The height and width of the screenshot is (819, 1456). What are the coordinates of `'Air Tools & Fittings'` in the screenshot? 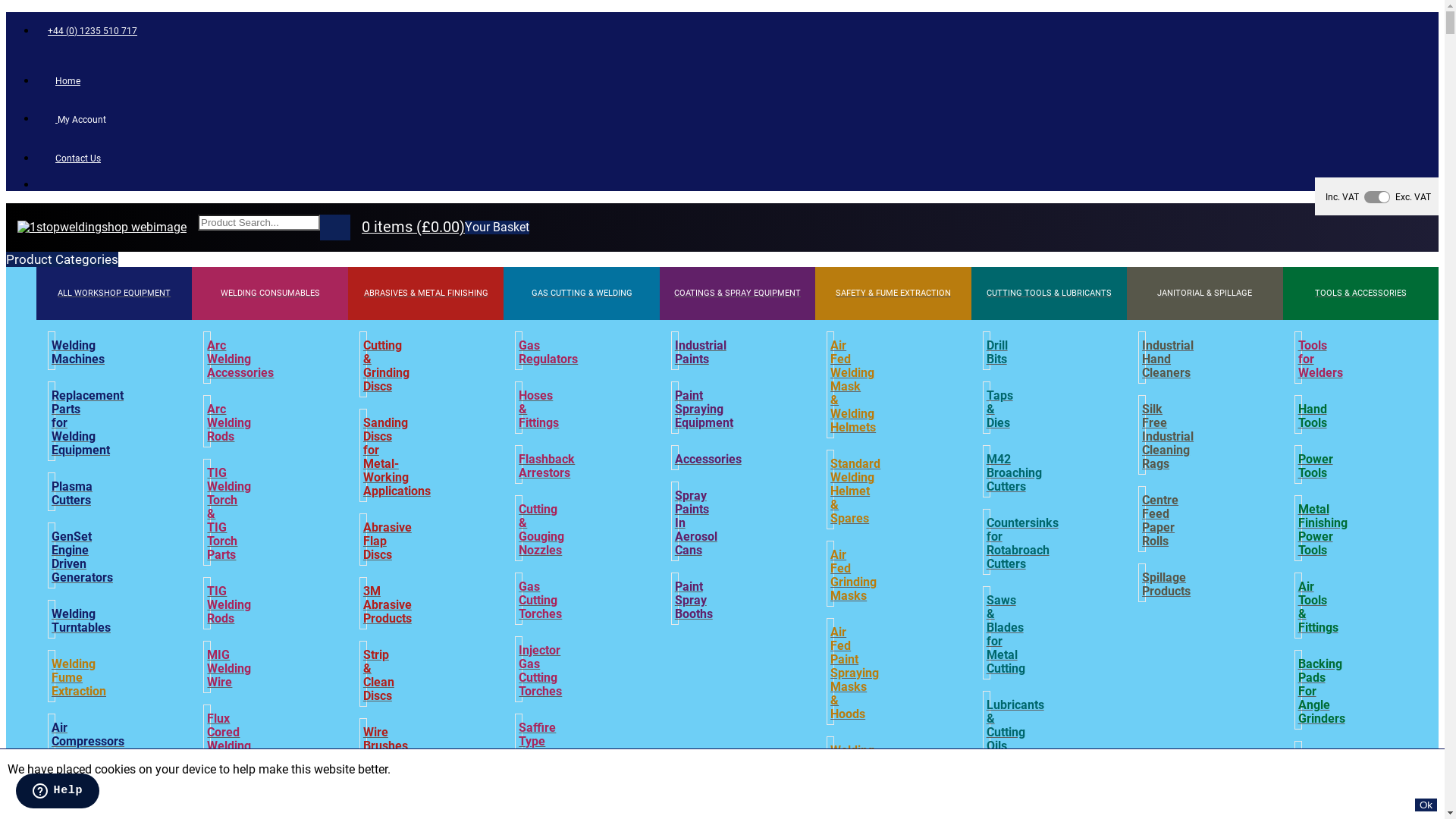 It's located at (1317, 607).